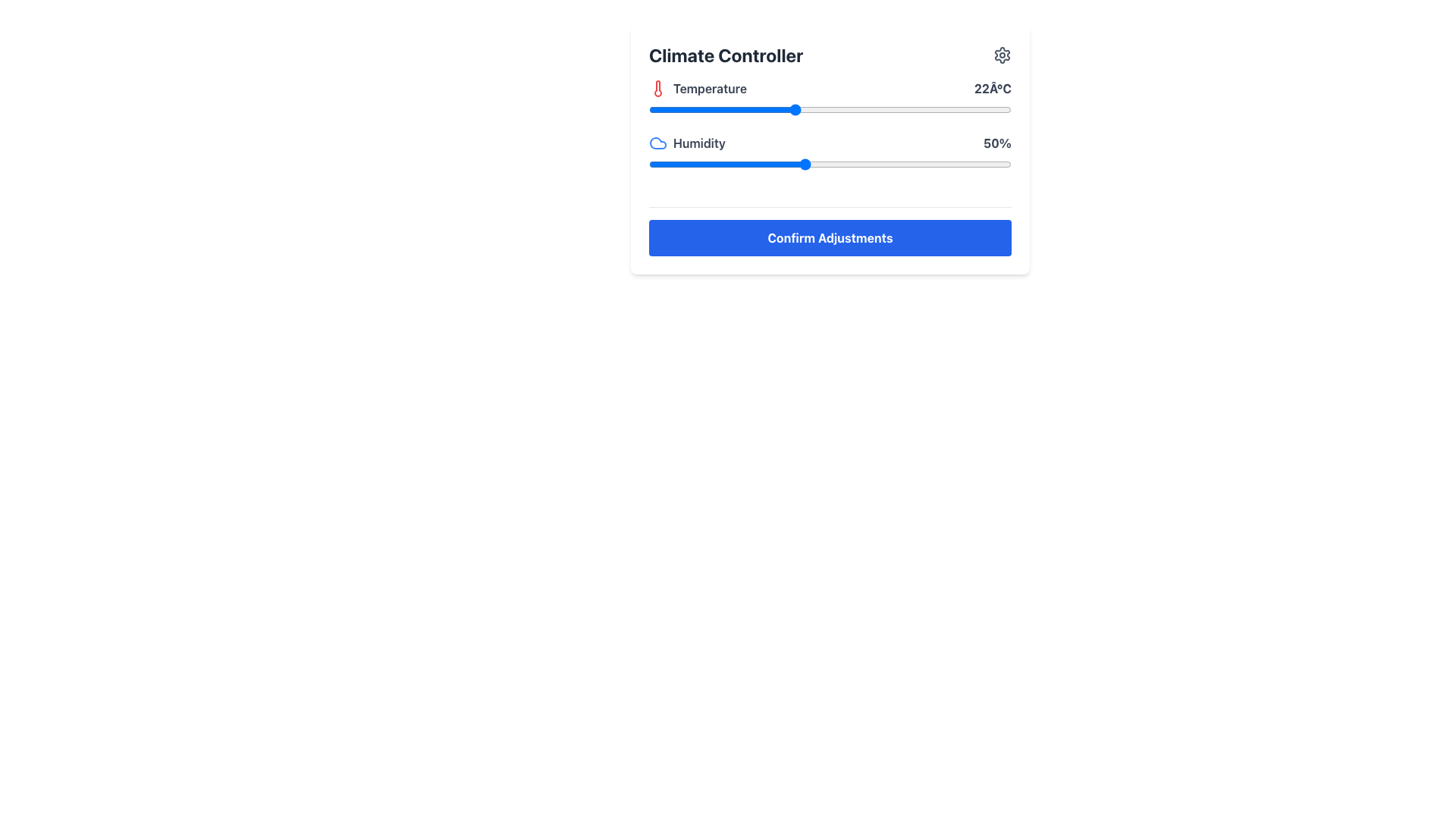  Describe the element at coordinates (817, 109) in the screenshot. I see `the temperature` at that location.